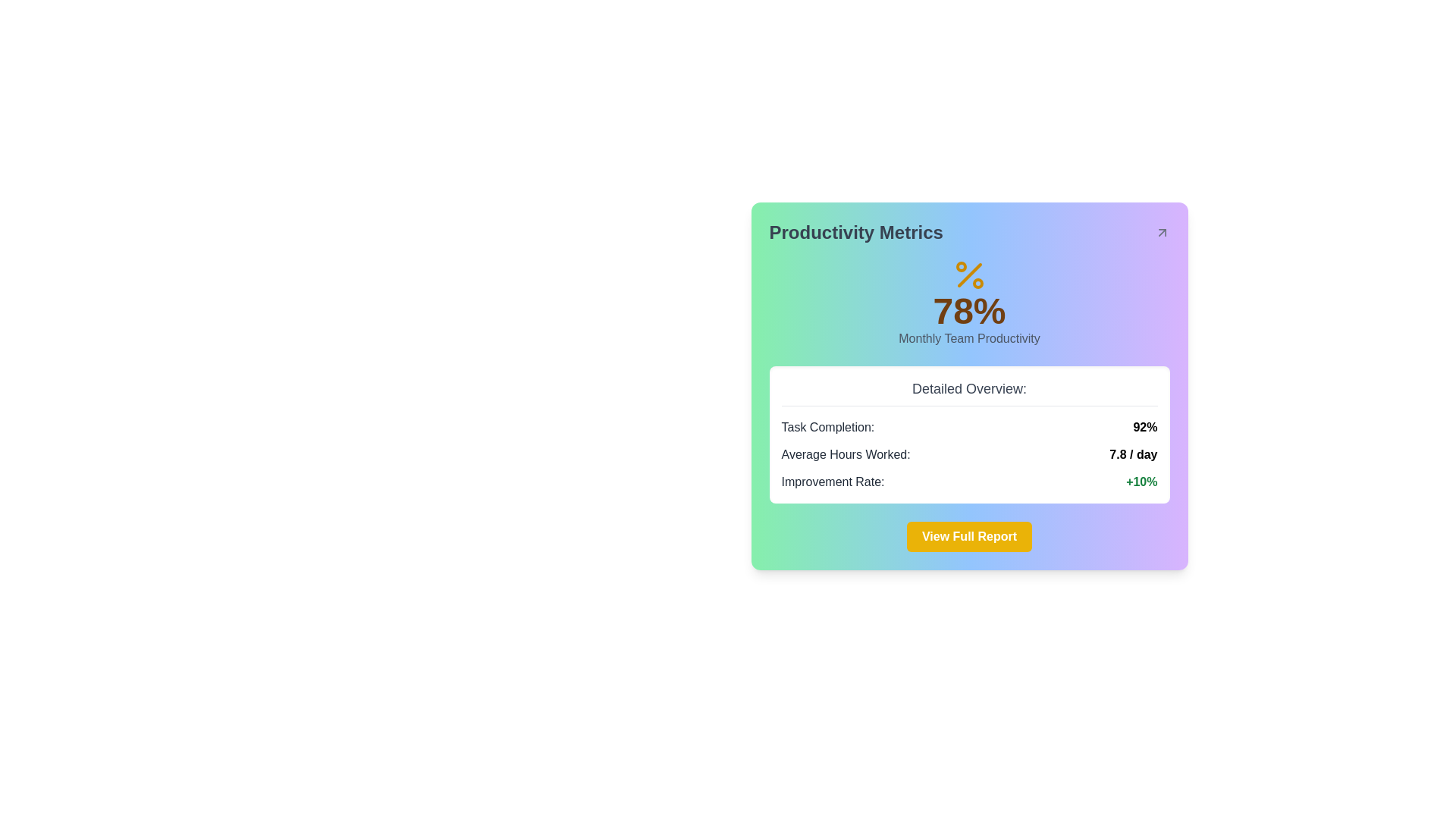 This screenshot has height=819, width=1456. What do you see at coordinates (1145, 427) in the screenshot?
I see `the text display showing '92%' in bold black font, located to the right of 'Task Completion:' in the detailed overview panel` at bounding box center [1145, 427].